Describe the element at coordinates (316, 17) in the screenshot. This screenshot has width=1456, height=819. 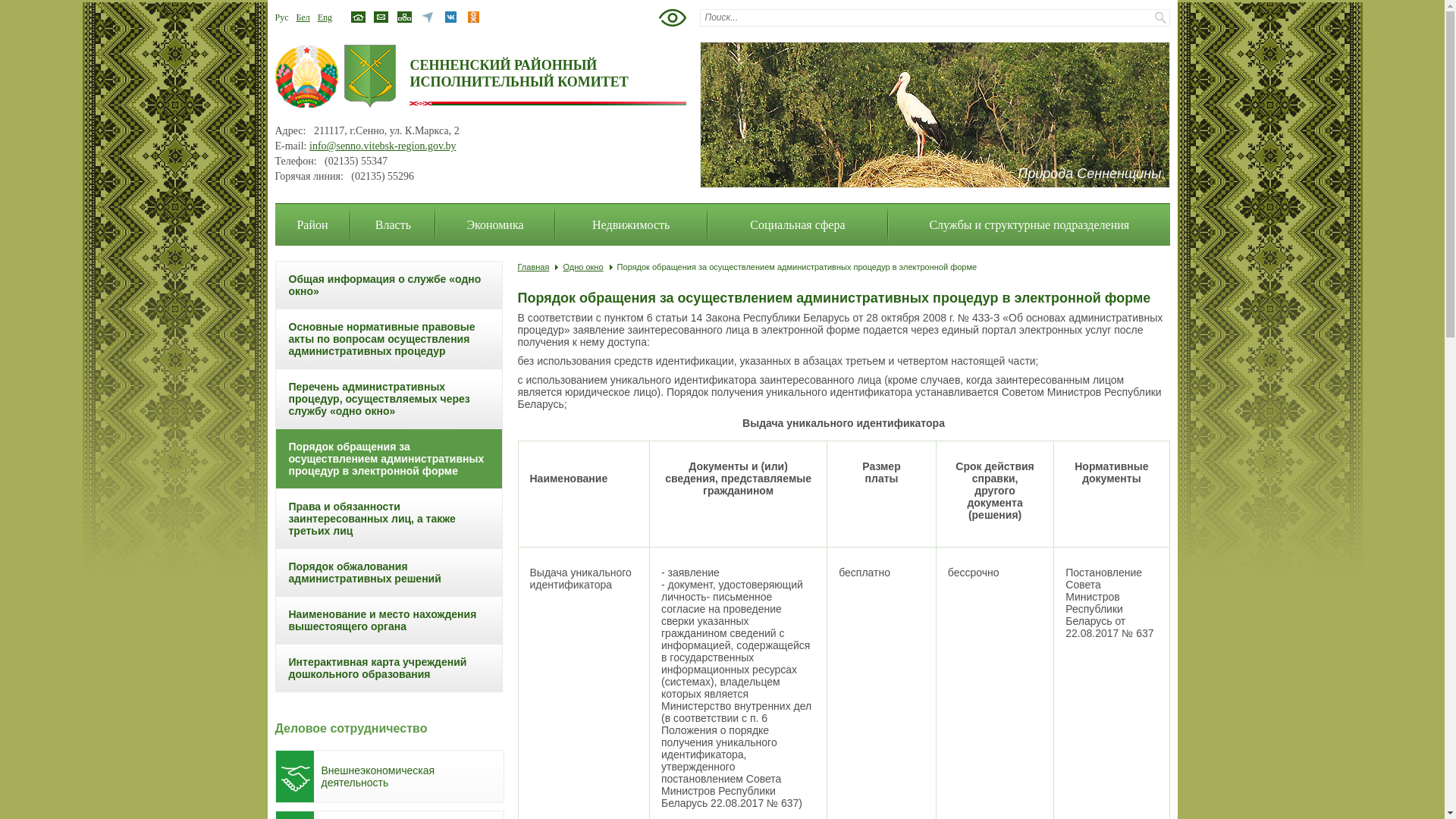
I see `'Eng'` at that location.